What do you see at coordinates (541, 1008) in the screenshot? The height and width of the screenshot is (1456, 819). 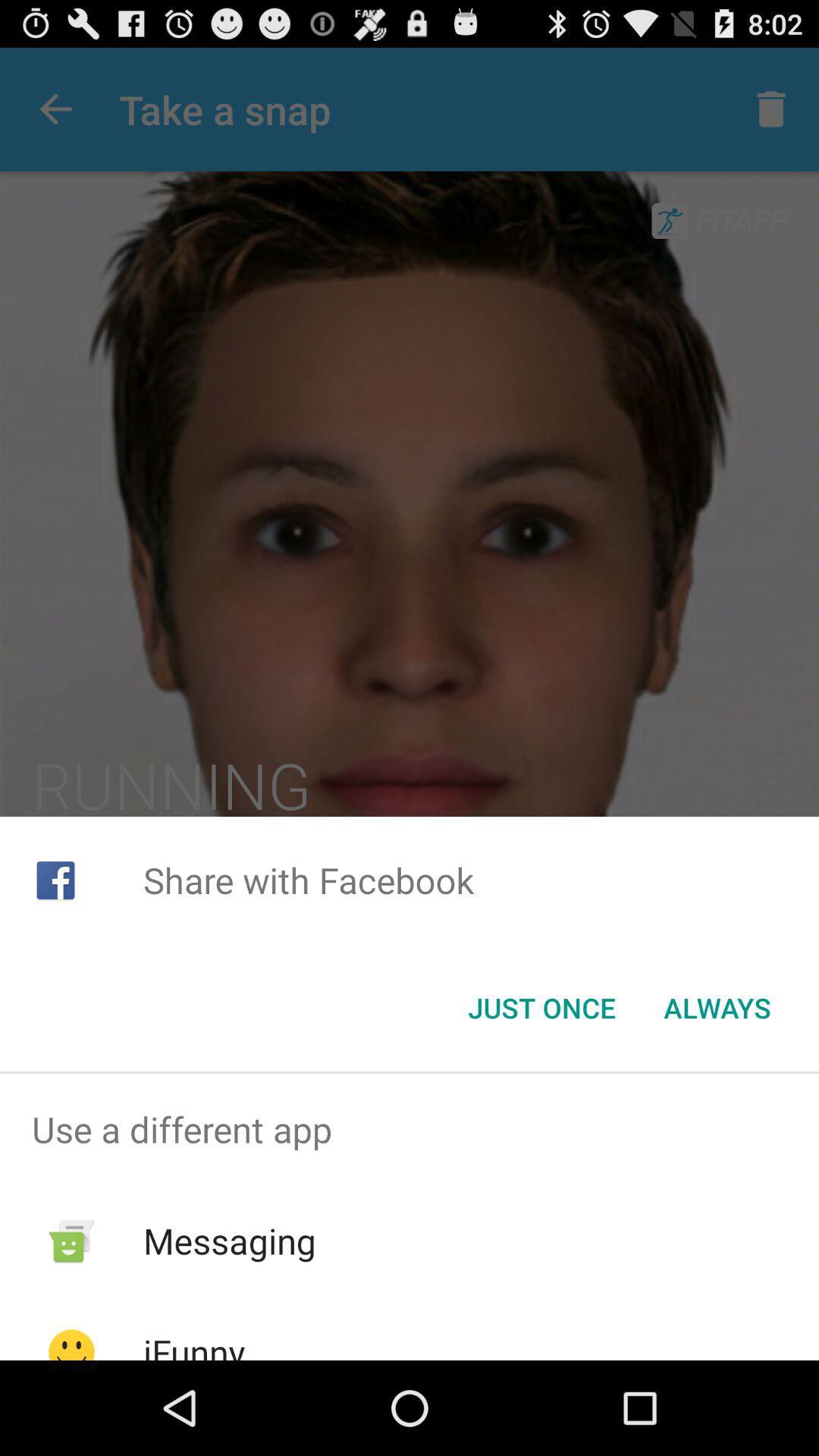 I see `the just once item` at bounding box center [541, 1008].